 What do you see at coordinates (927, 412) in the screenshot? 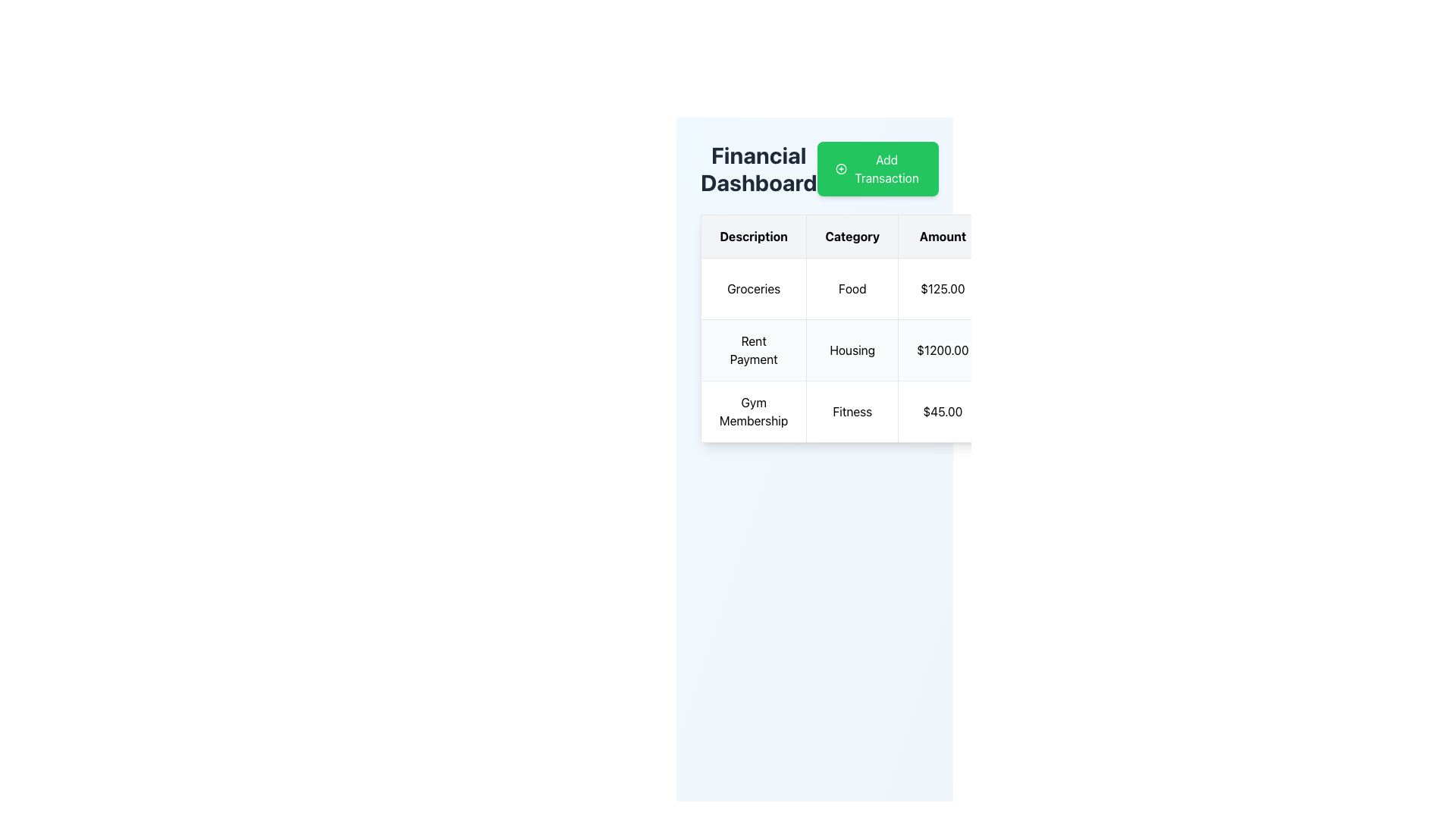
I see `the third row of the financial table that displays details about a gym membership expense` at bounding box center [927, 412].